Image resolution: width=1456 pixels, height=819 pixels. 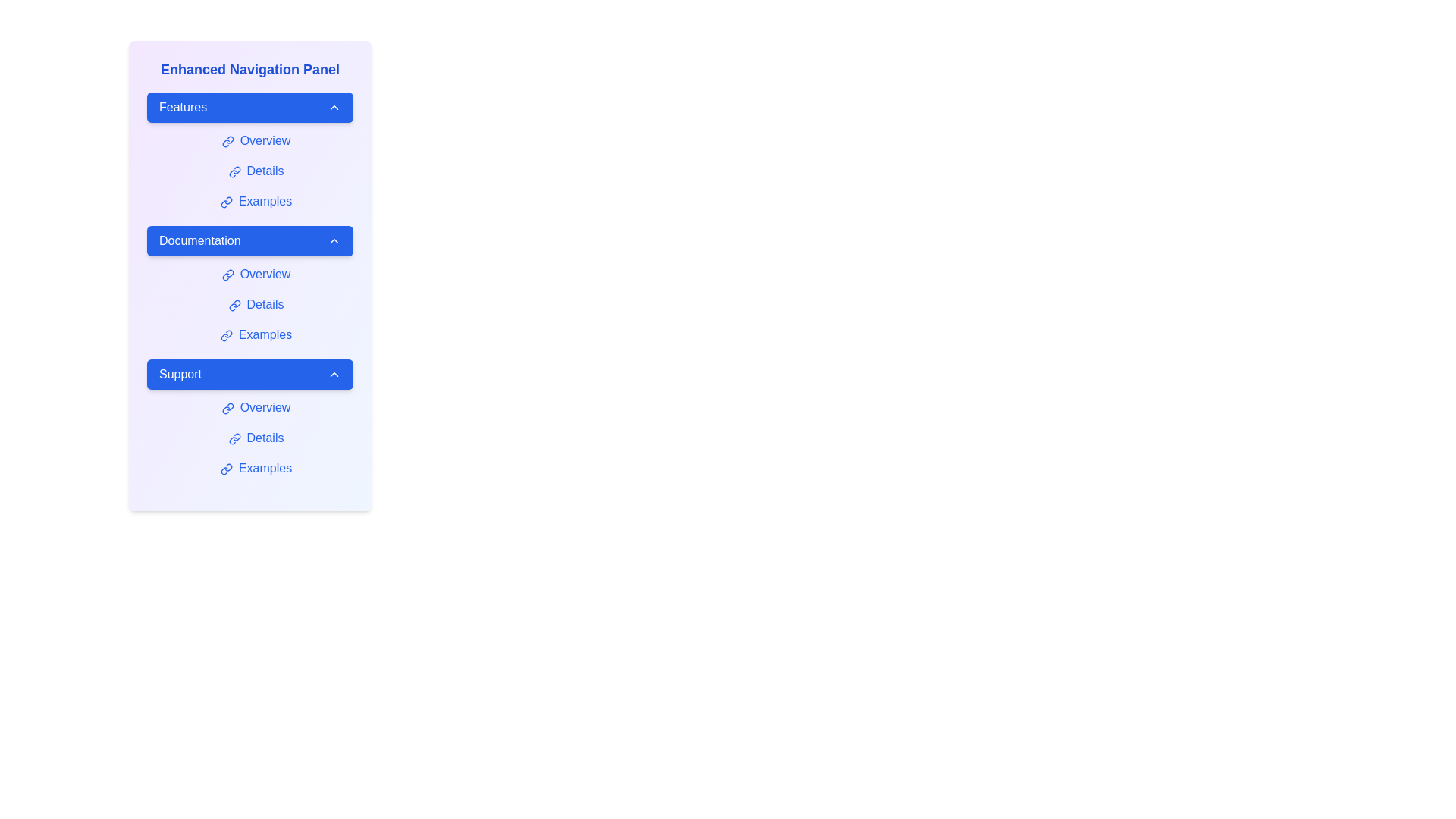 What do you see at coordinates (234, 438) in the screenshot?
I see `the icon located directly to the left of the 'Details' text in the 'Support' section of the navigation panel, which is the fourth element overall in the panel` at bounding box center [234, 438].